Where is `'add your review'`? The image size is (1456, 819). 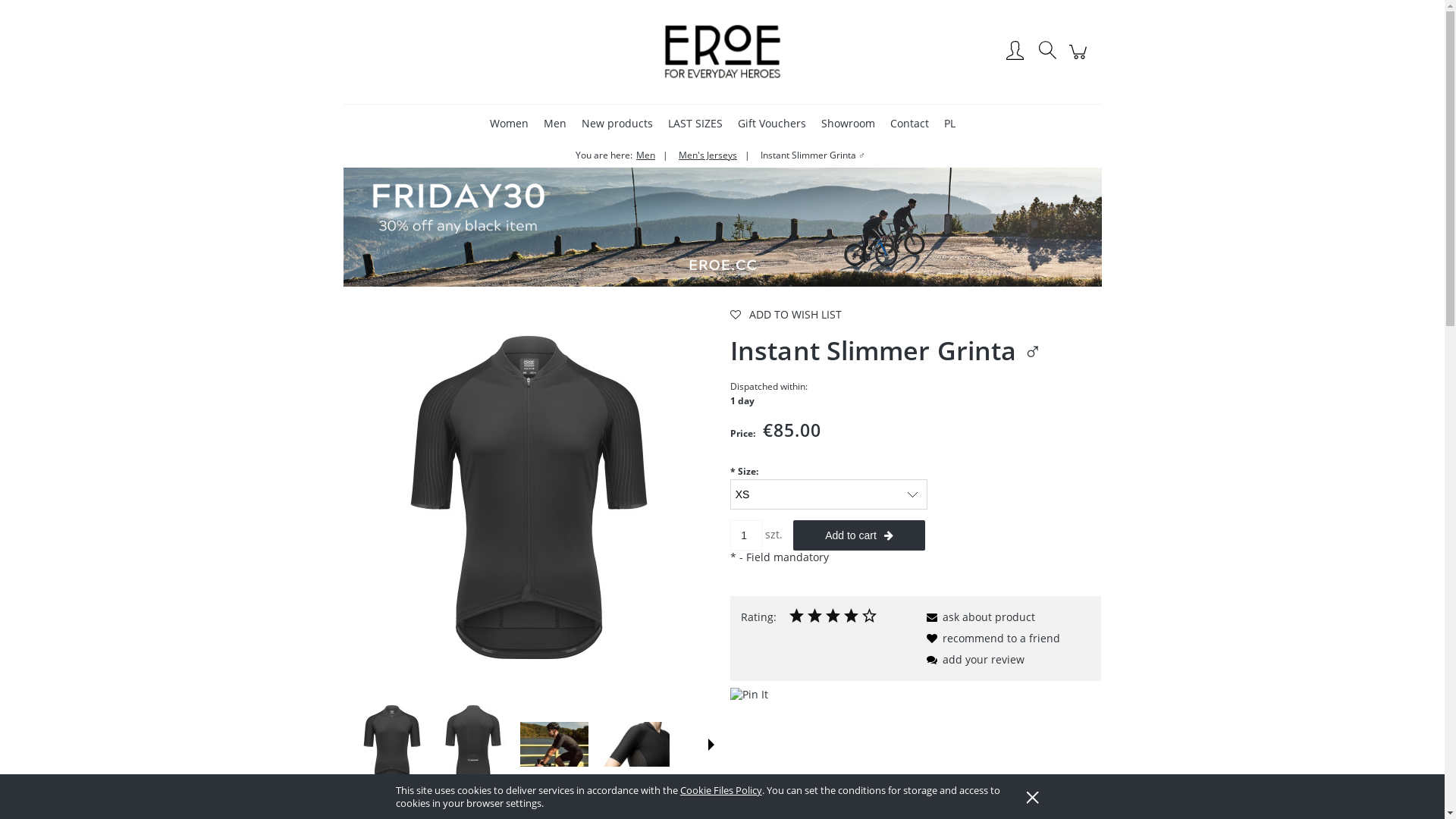 'add your review' is located at coordinates (972, 658).